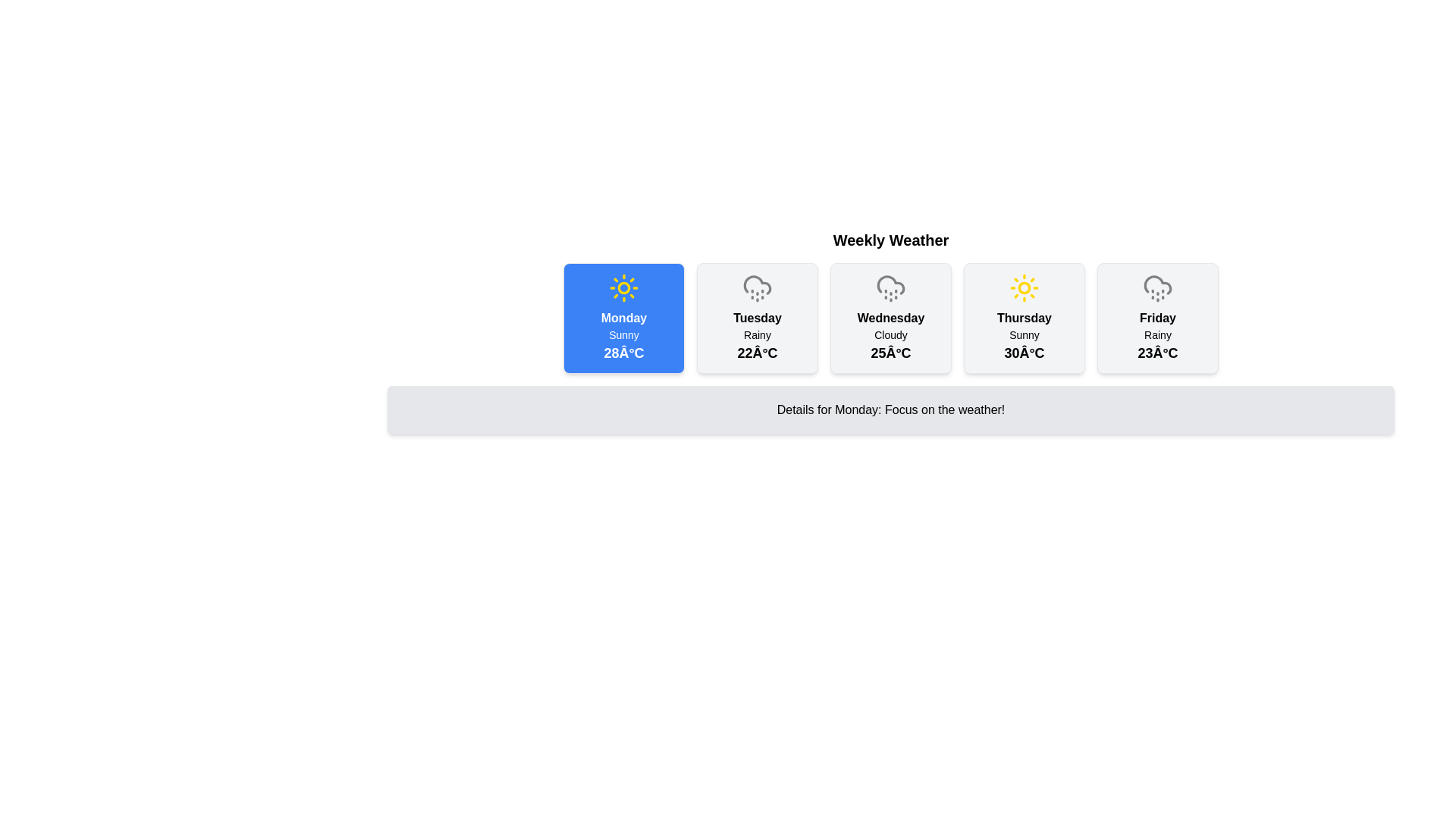  I want to click on the text label that conveys the weather condition 'Sunny', which is located below the label 'Thursday' and above the temperature information, so click(1024, 334).